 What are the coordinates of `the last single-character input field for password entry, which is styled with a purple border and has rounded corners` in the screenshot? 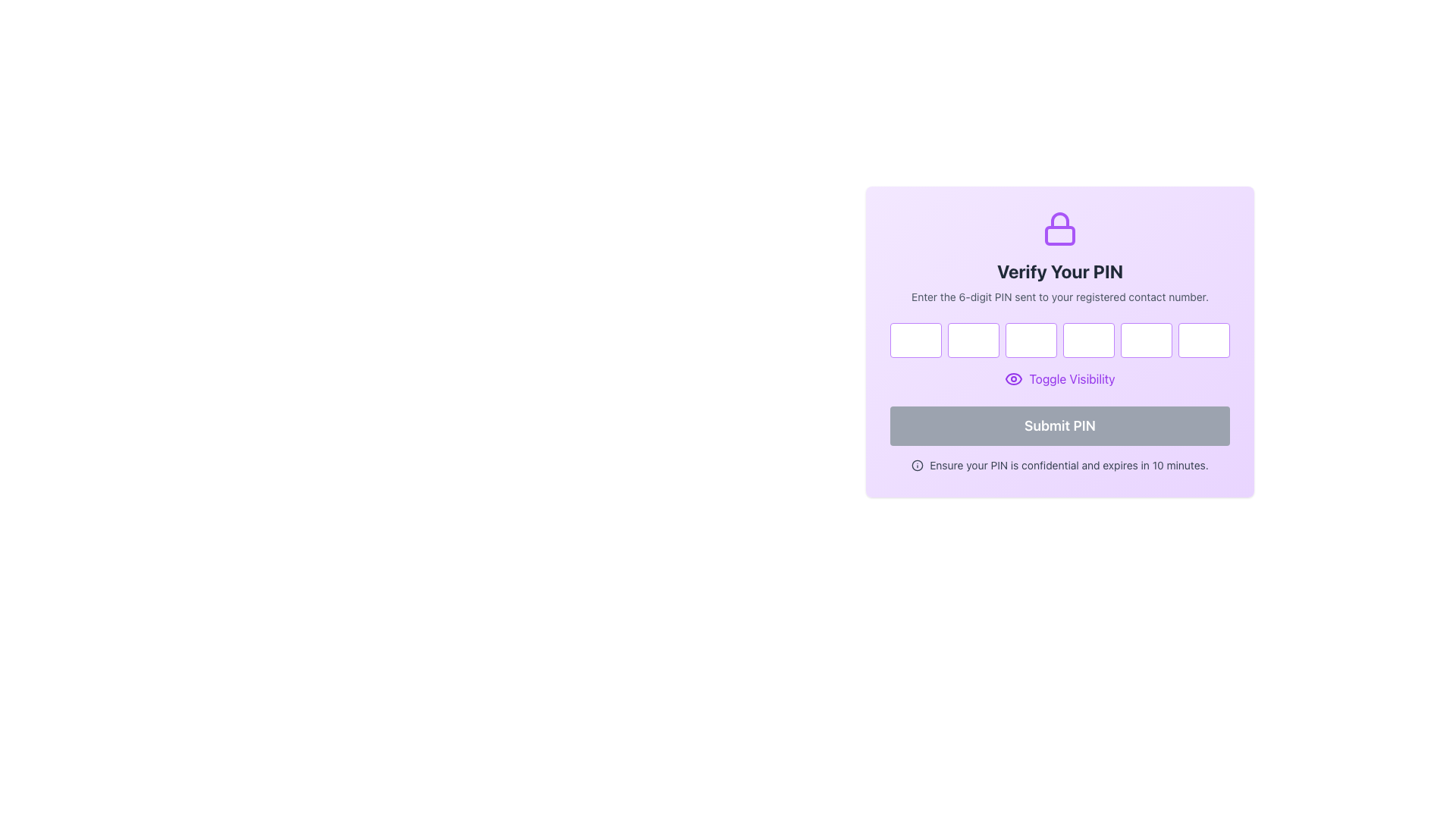 It's located at (1203, 339).